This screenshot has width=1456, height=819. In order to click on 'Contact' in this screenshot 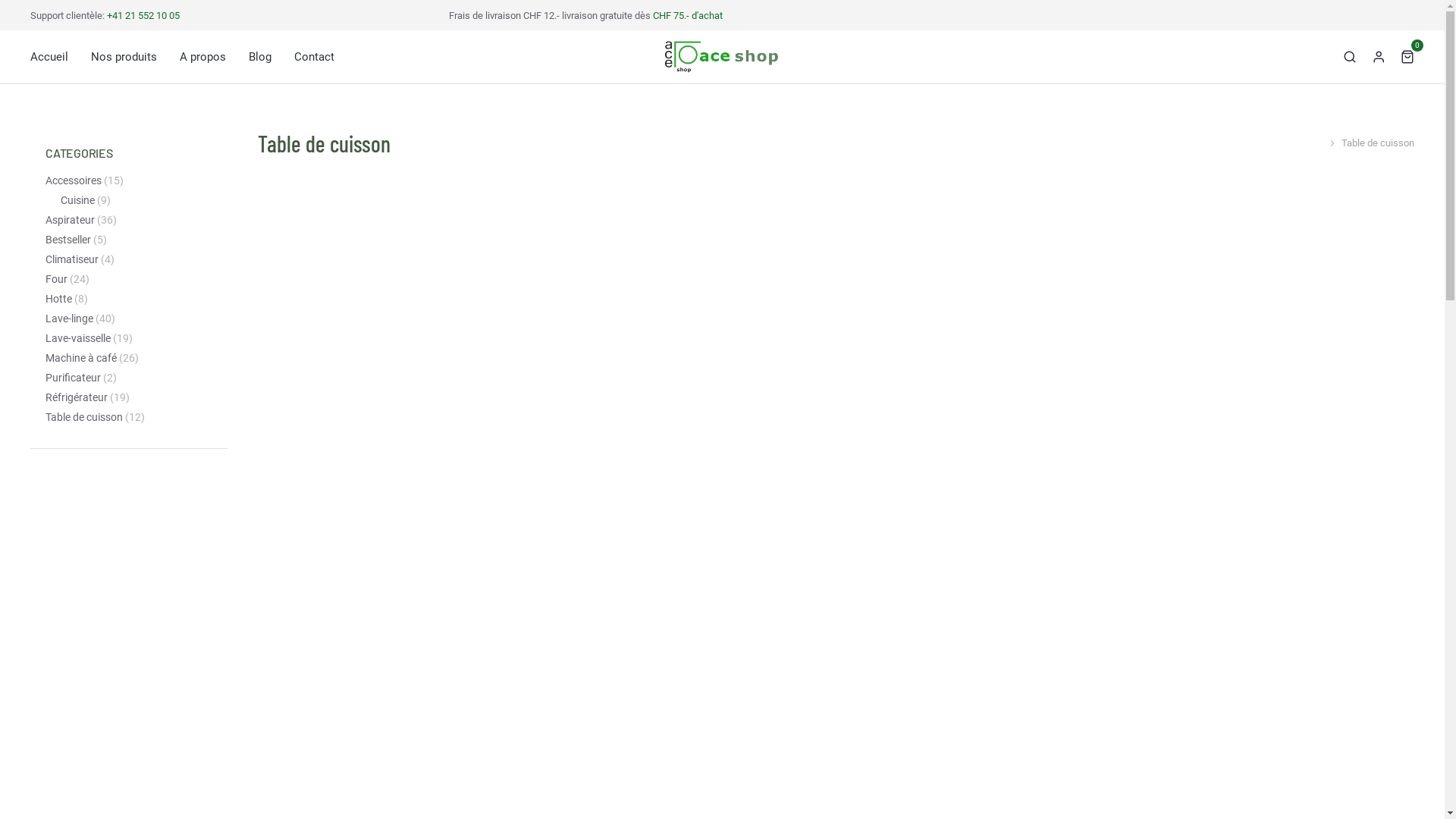, I will do `click(294, 55)`.